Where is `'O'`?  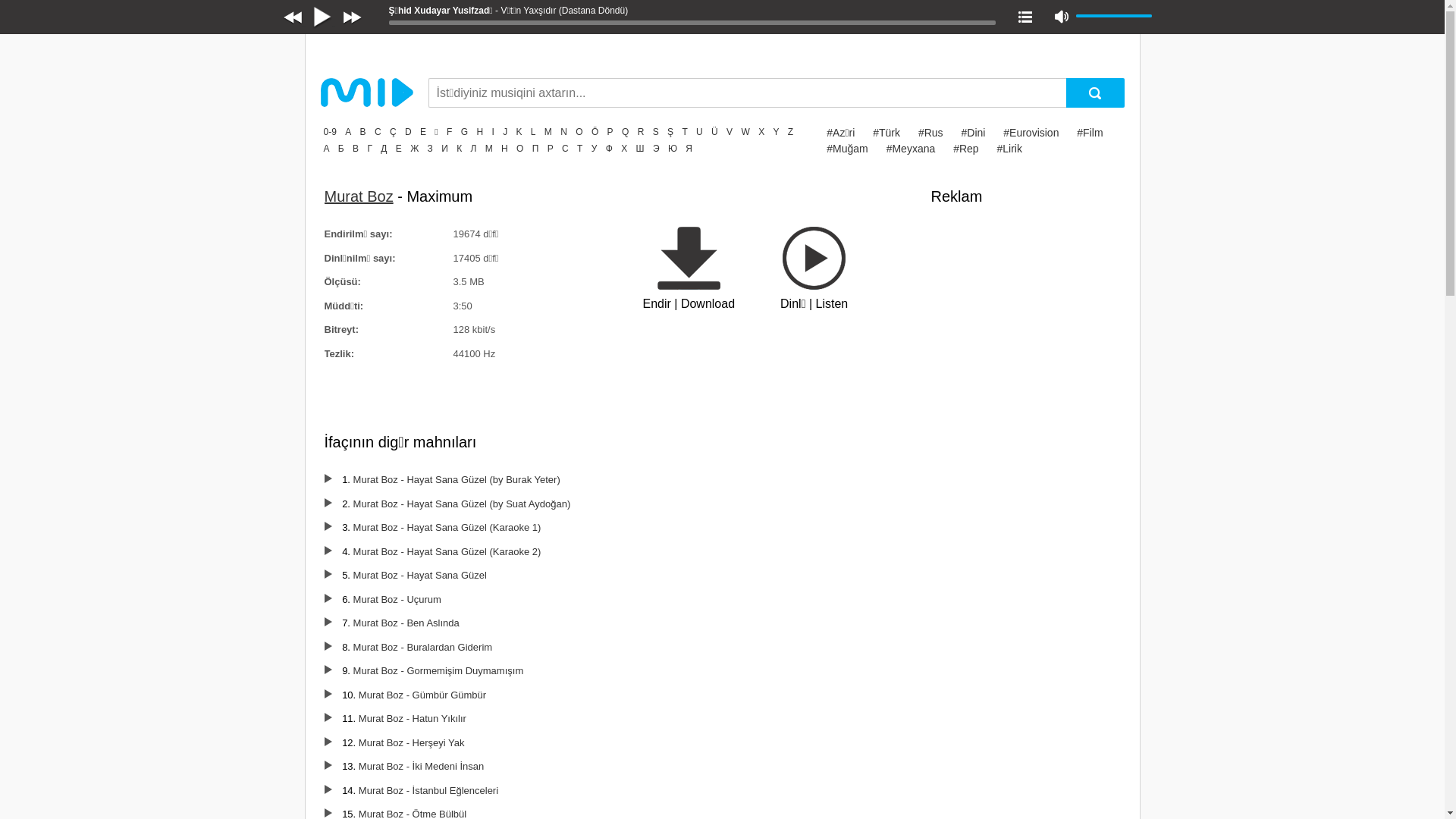 'O' is located at coordinates (578, 130).